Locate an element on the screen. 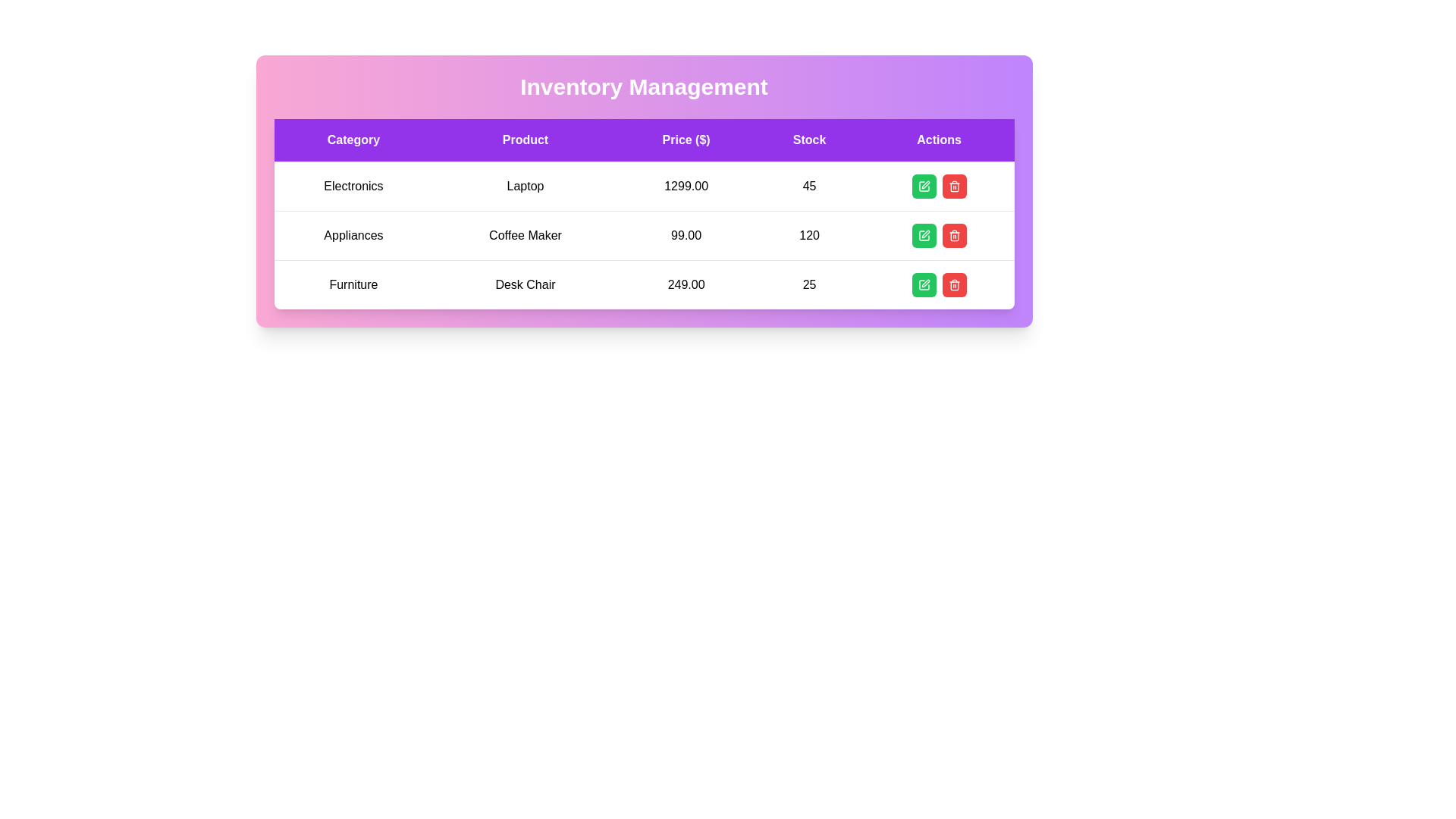  the trash icon button in the 'Actions' column of the third row of the data table is located at coordinates (953, 236).